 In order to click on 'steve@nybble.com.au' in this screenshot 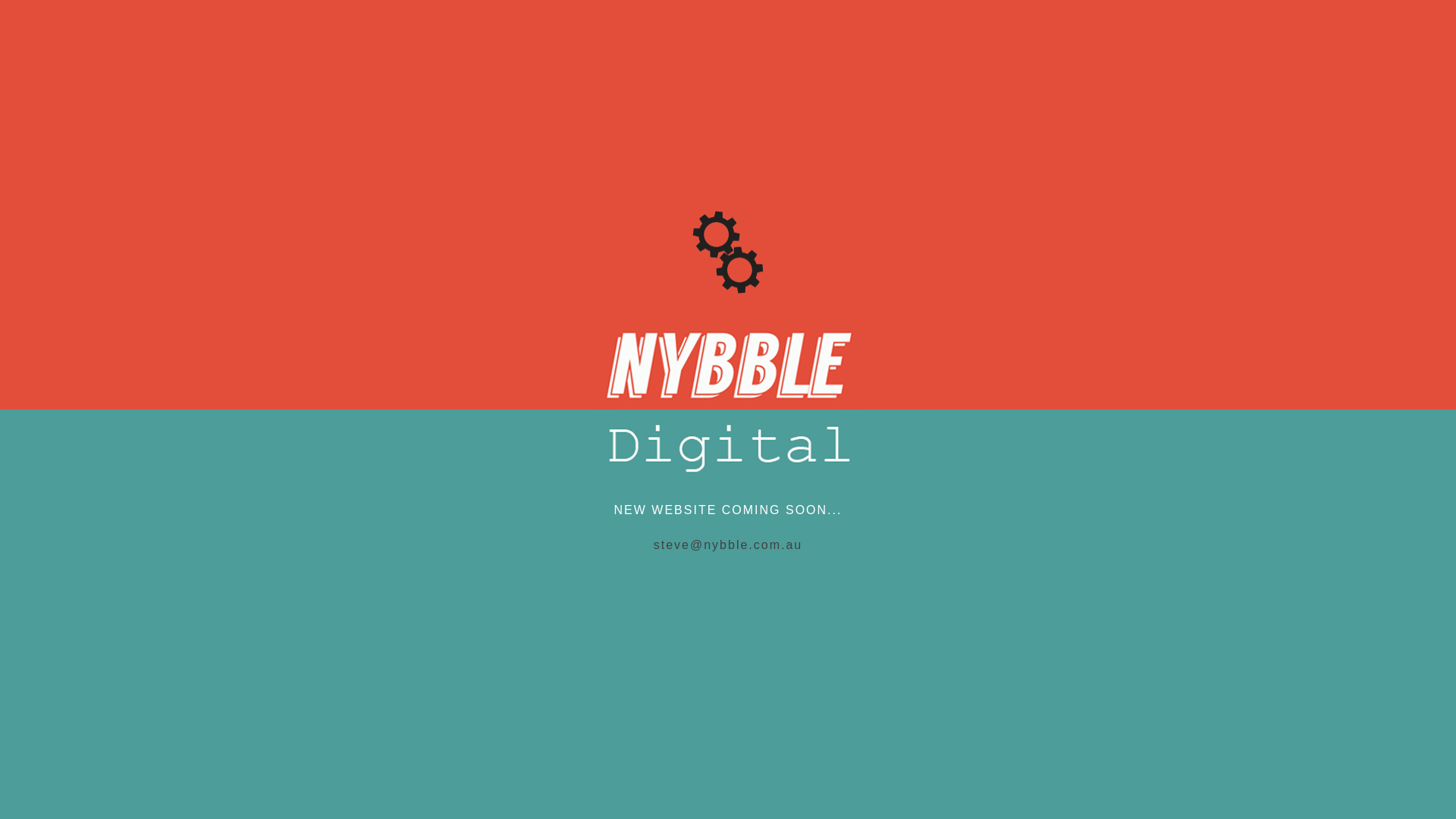, I will do `click(728, 544)`.